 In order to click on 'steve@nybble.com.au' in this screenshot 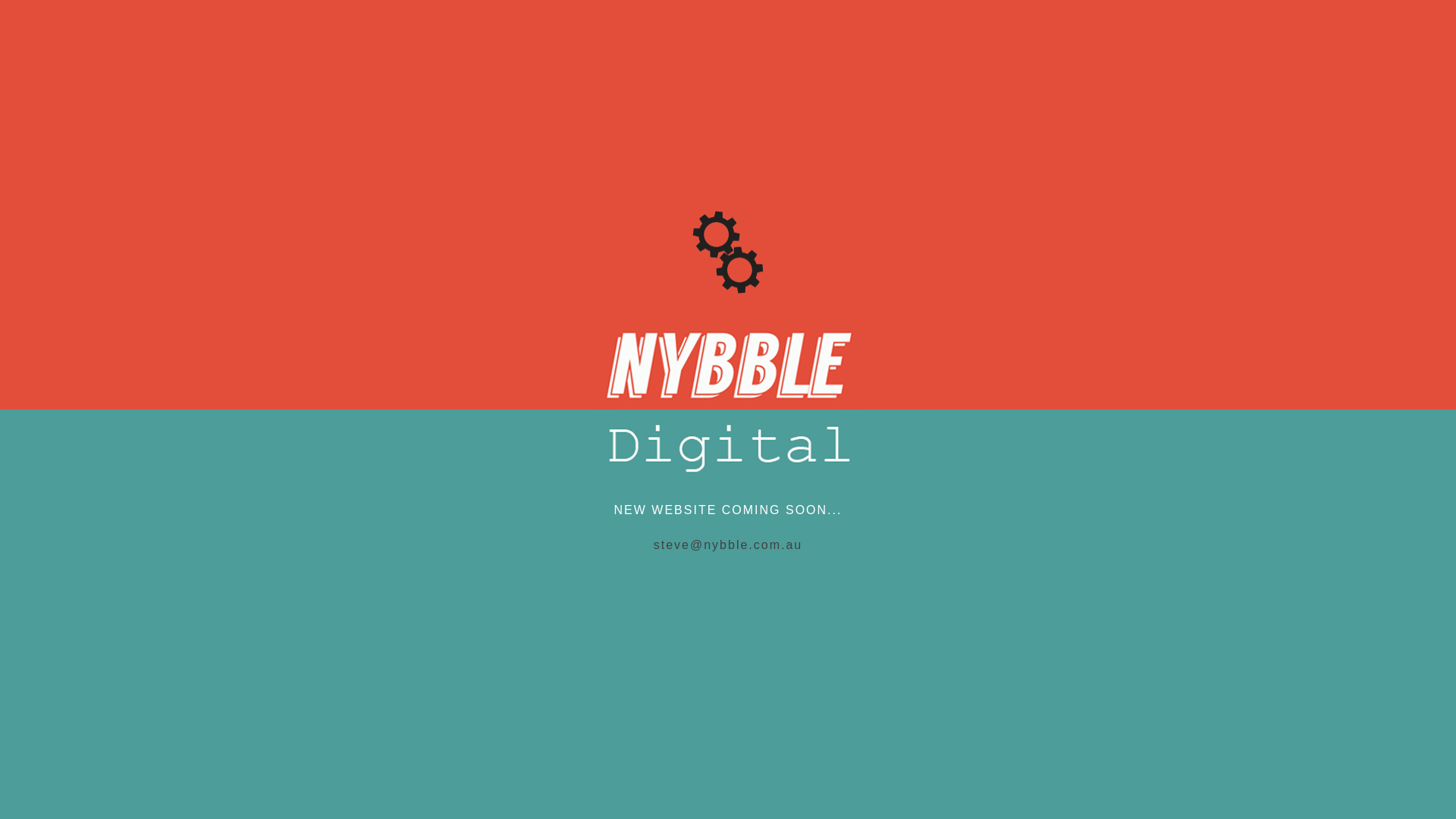, I will do `click(728, 544)`.